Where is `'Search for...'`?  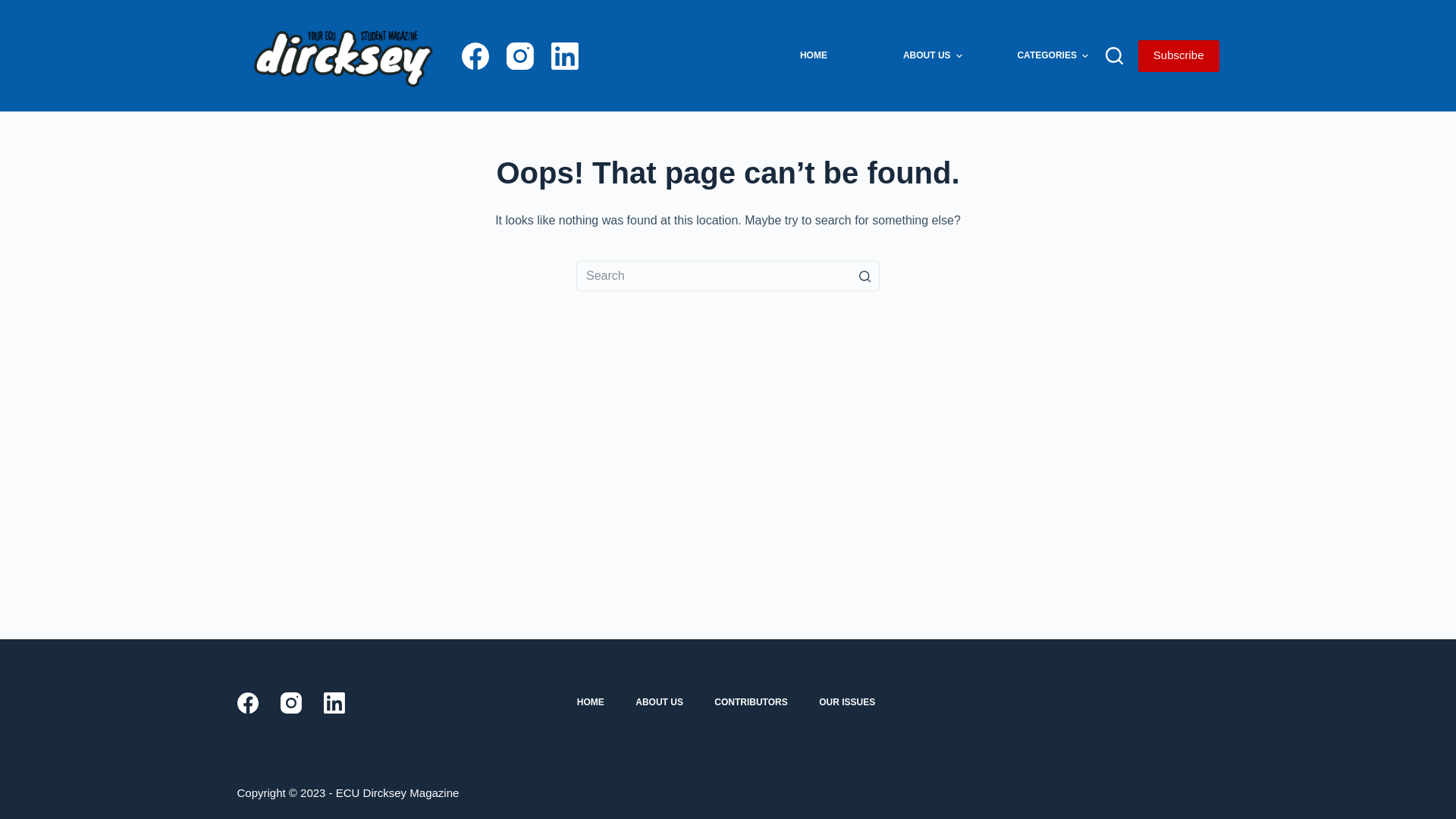 'Search for...' is located at coordinates (728, 275).